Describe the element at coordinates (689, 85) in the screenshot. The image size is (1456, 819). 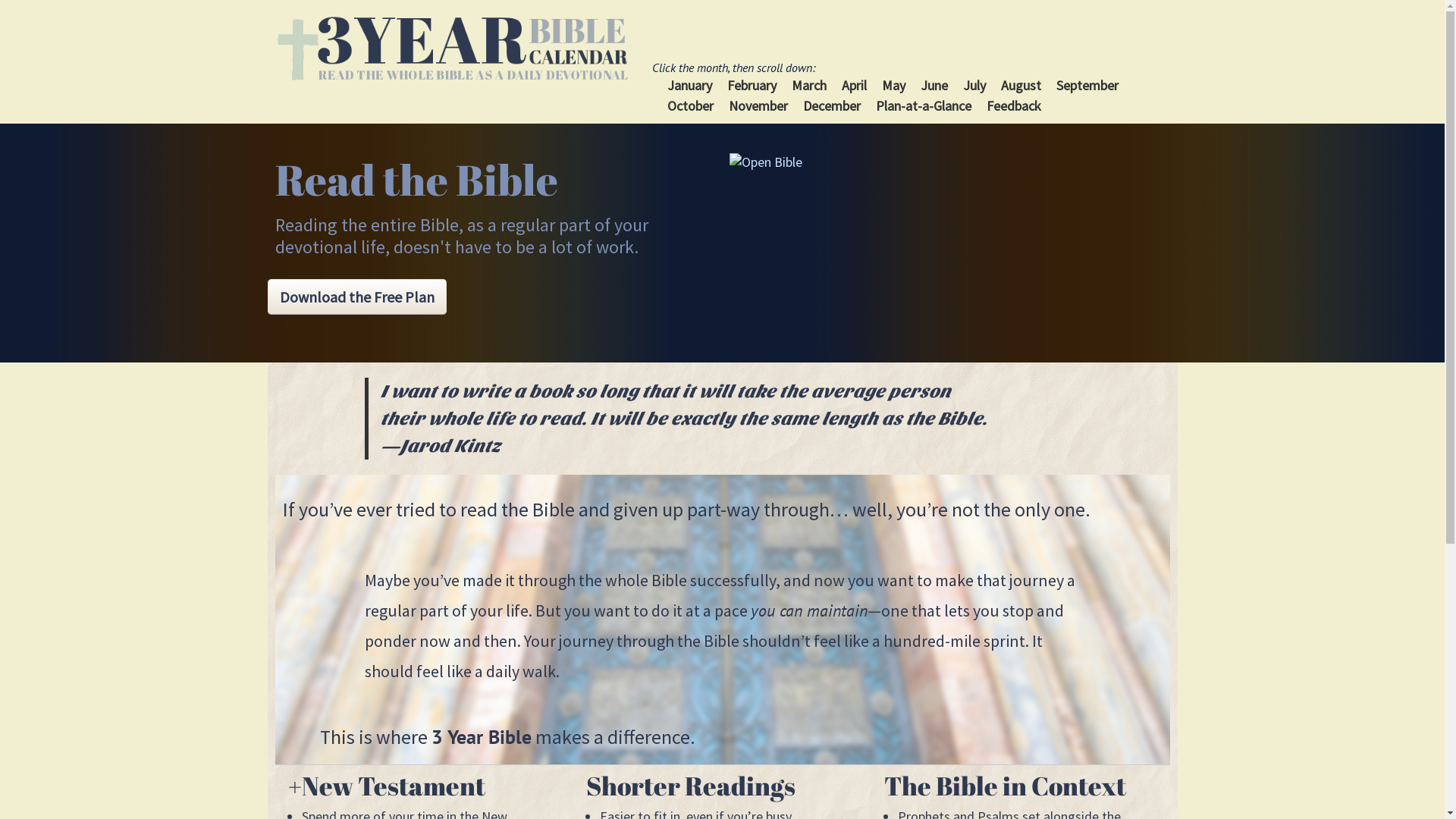
I see `'January'` at that location.